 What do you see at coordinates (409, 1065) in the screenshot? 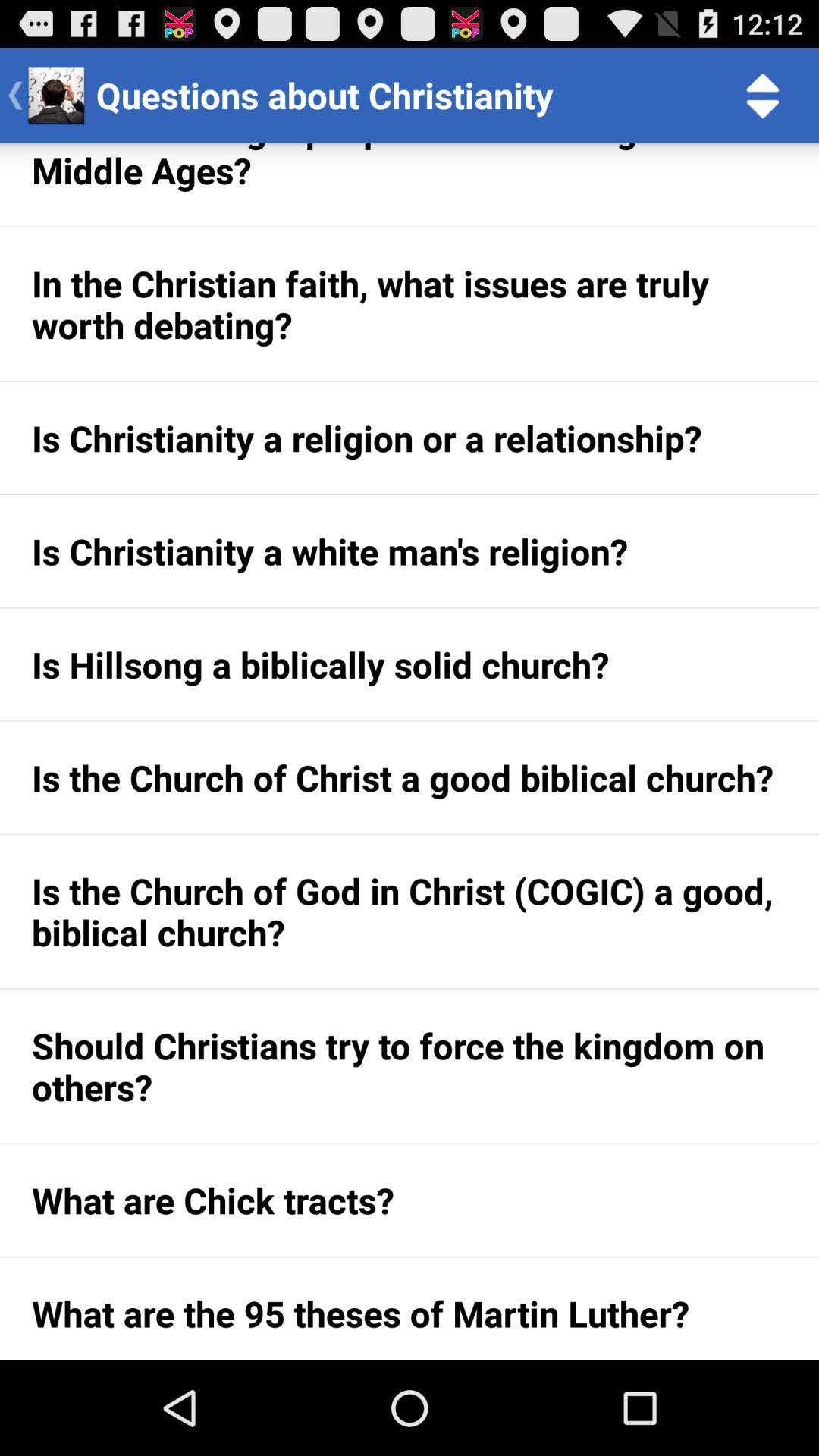
I see `should christians try app` at bounding box center [409, 1065].